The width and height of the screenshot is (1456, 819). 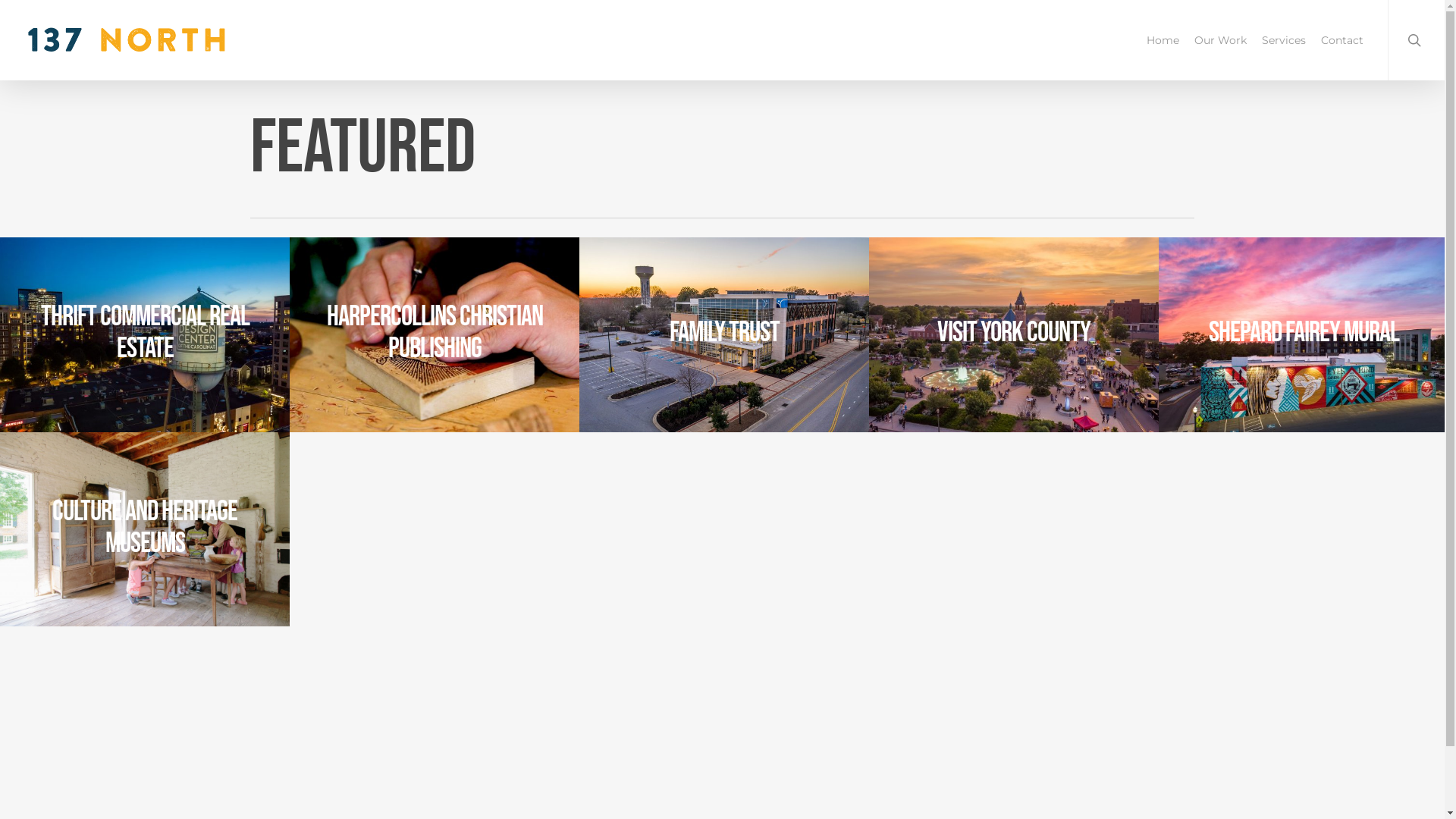 I want to click on 'Our Work', so click(x=1185, y=39).